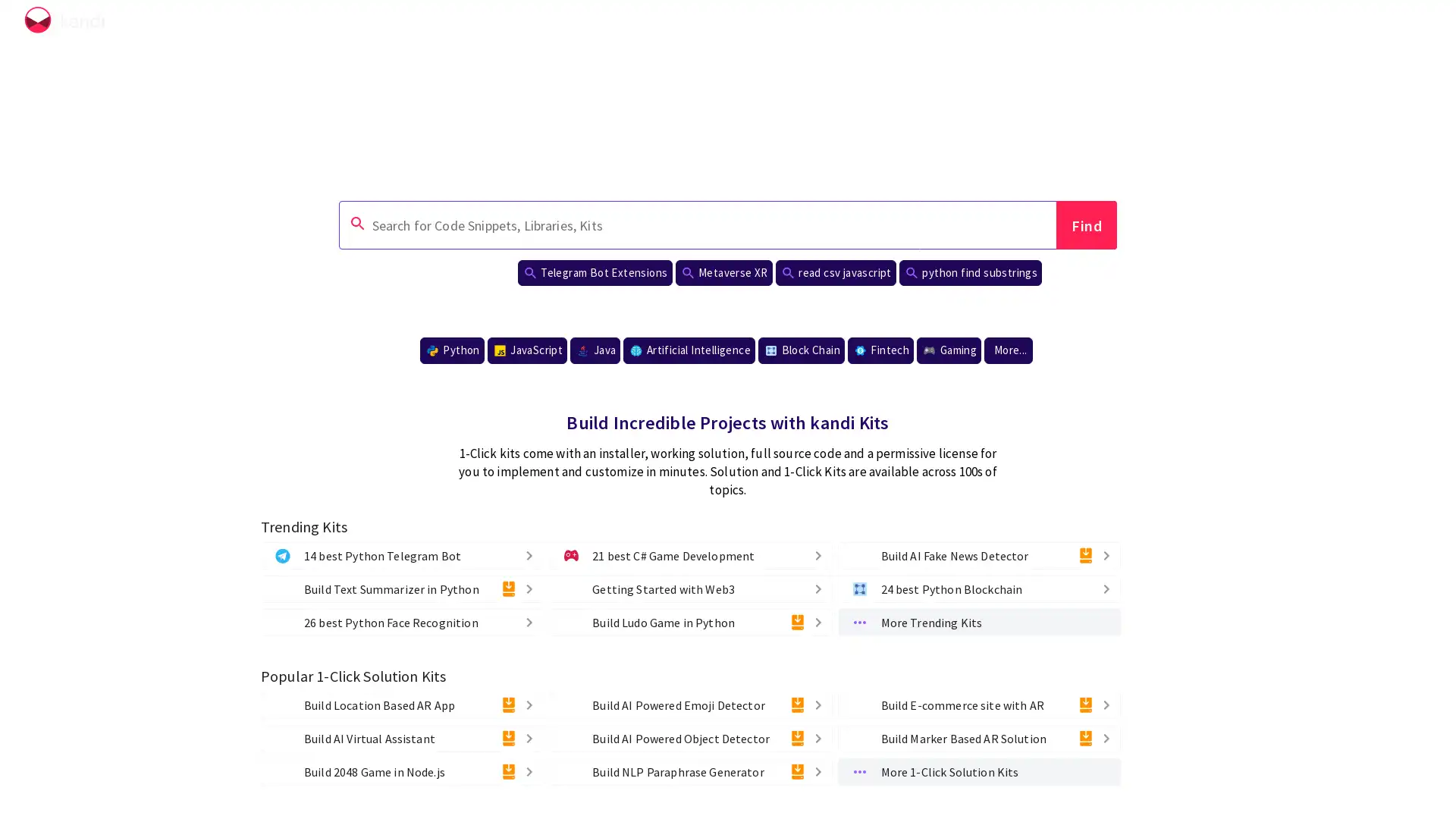 Image resolution: width=1456 pixels, height=819 pixels. What do you see at coordinates (1084, 704) in the screenshot?
I see `delete` at bounding box center [1084, 704].